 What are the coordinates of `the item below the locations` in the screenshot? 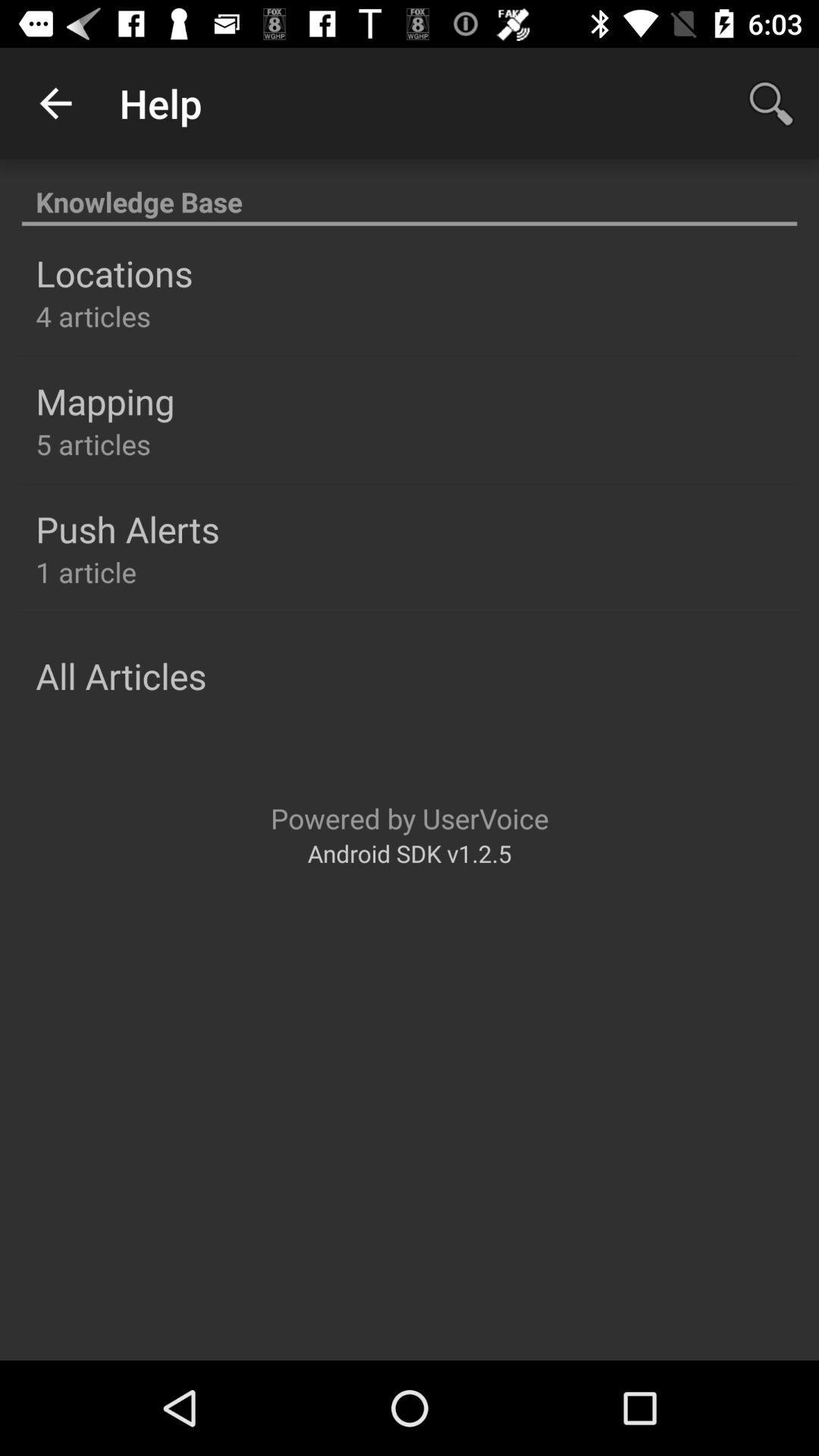 It's located at (93, 315).